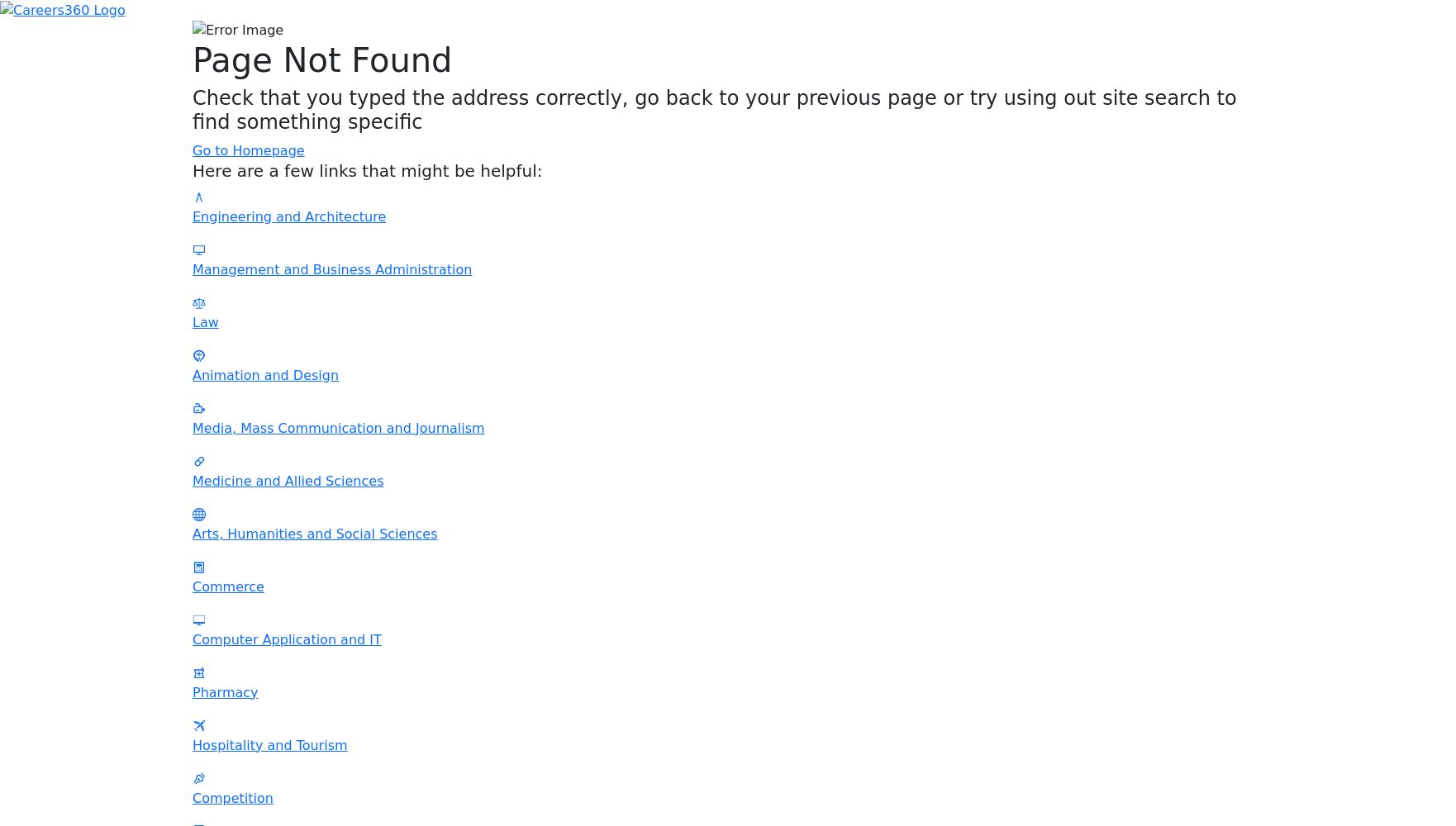 This screenshot has width=1456, height=826. I want to click on 'Arts, Humanities and Social Sciences', so click(314, 533).